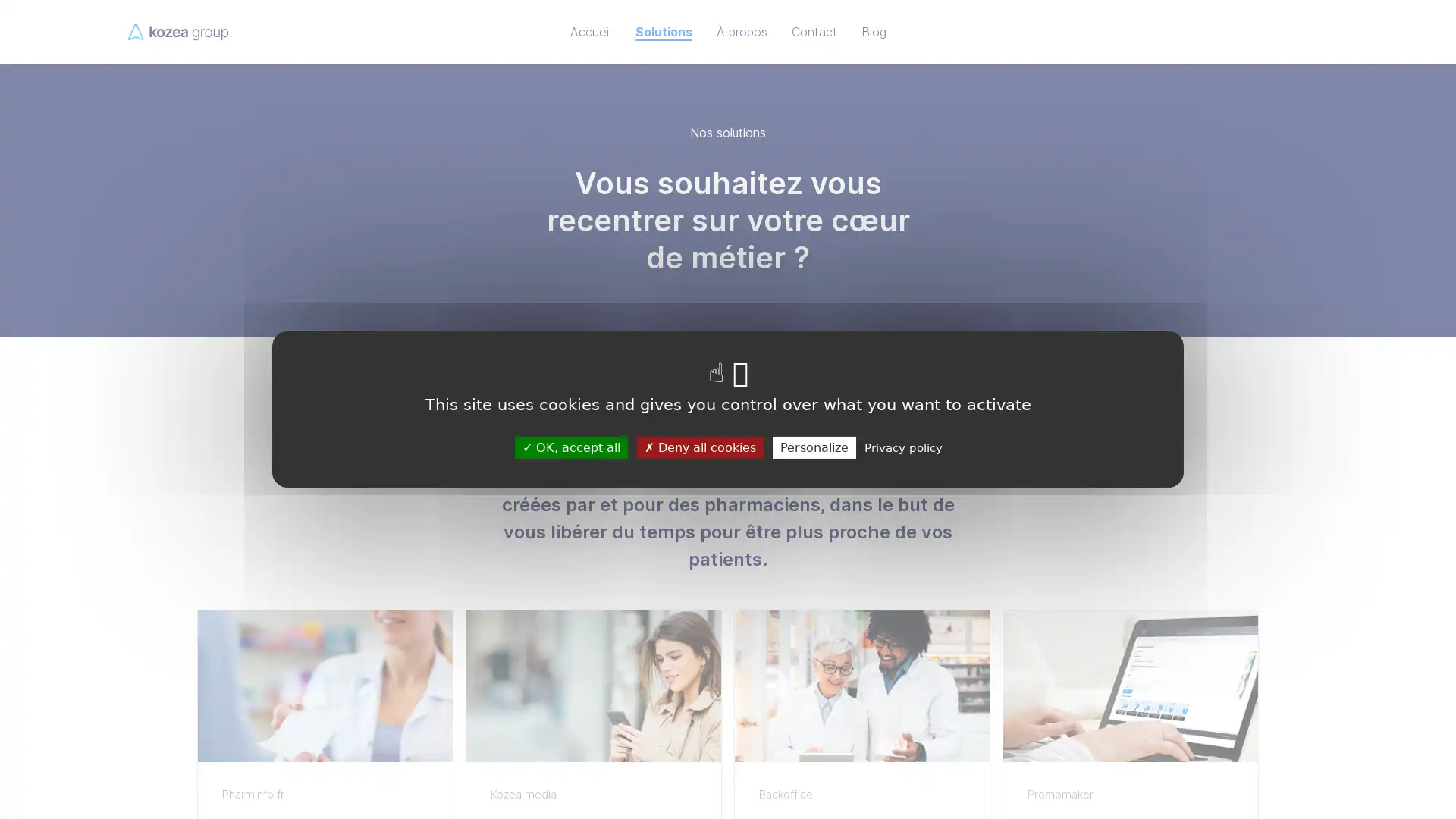  I want to click on Deny all cookies, so click(698, 447).